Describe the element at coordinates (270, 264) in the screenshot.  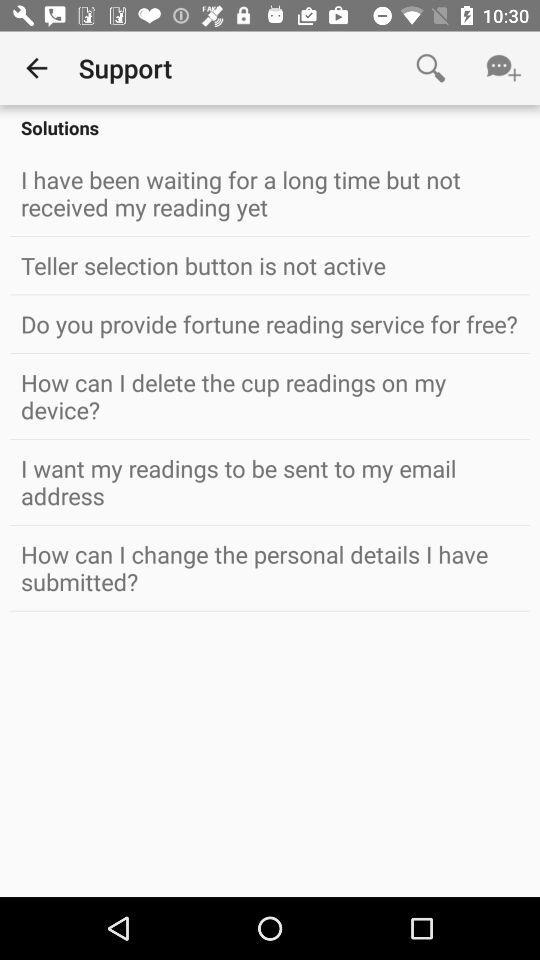
I see `the icon above the do you provide icon` at that location.